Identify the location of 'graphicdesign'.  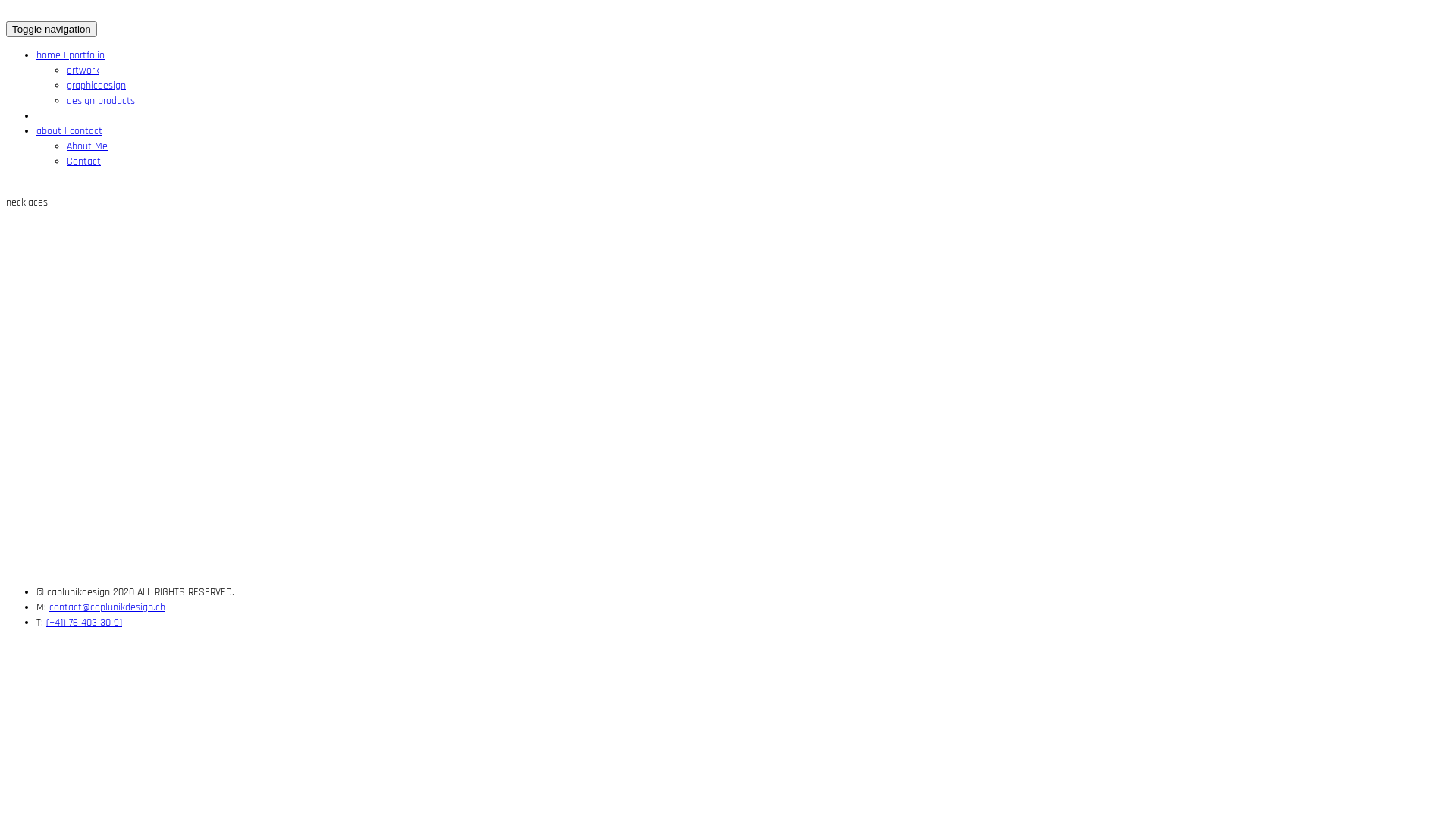
(95, 85).